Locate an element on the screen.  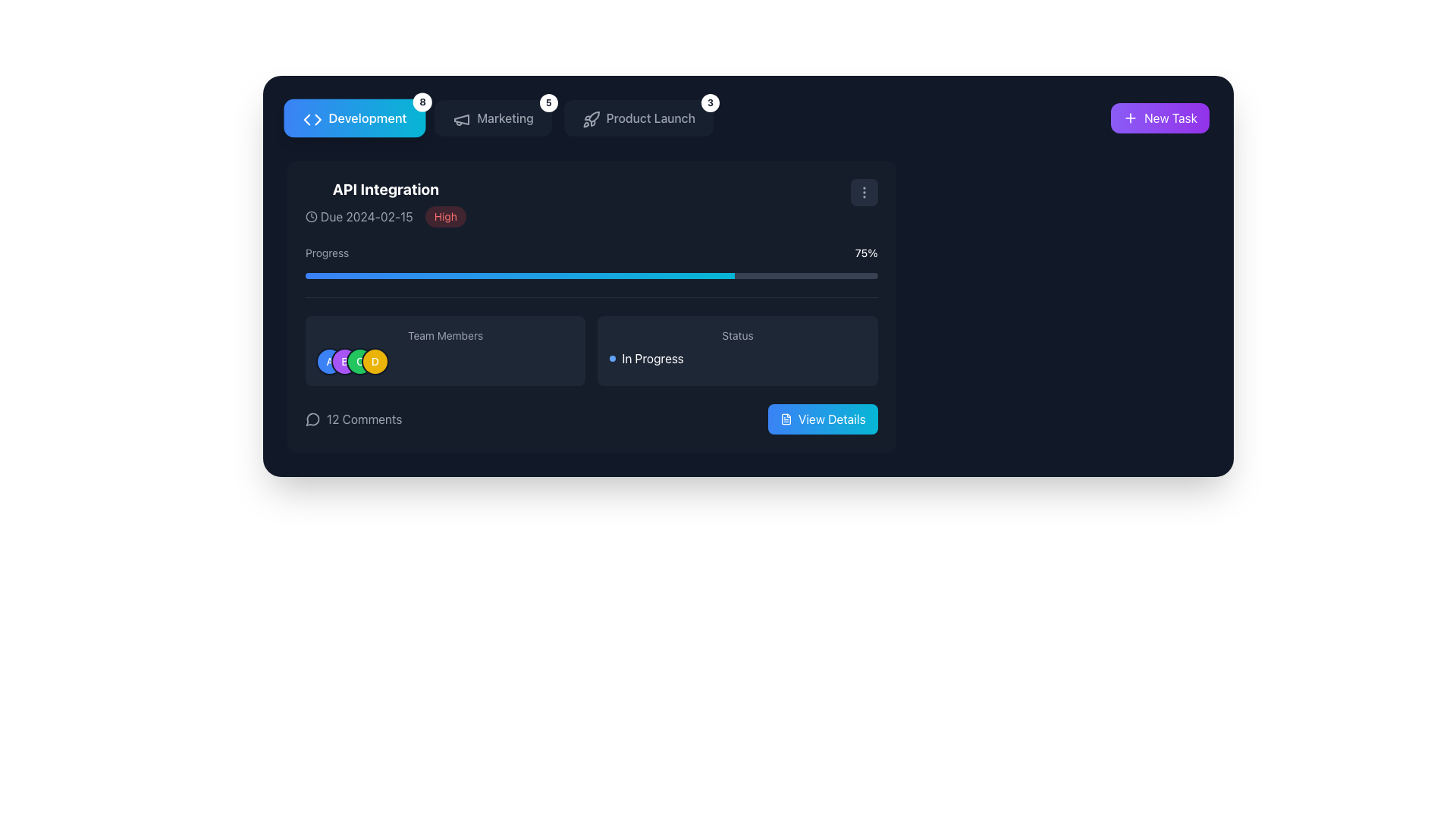
the rectangular button labeled 'Product Launch' with a rocket icon and a circular badge showing '3' is located at coordinates (639, 117).